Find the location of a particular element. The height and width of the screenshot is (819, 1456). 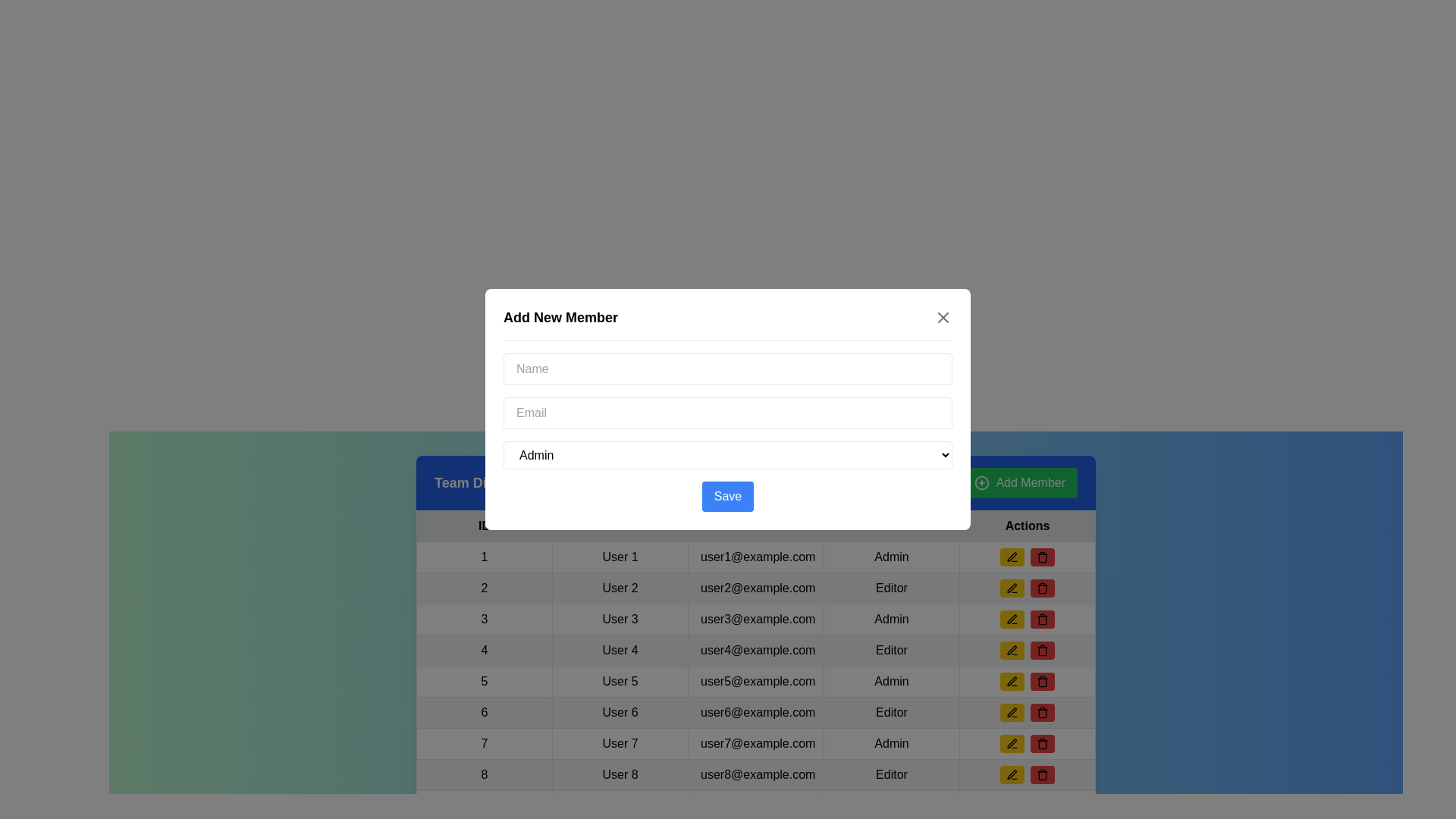

the delete icon button located in the 'Actions' column of the table is located at coordinates (1041, 744).